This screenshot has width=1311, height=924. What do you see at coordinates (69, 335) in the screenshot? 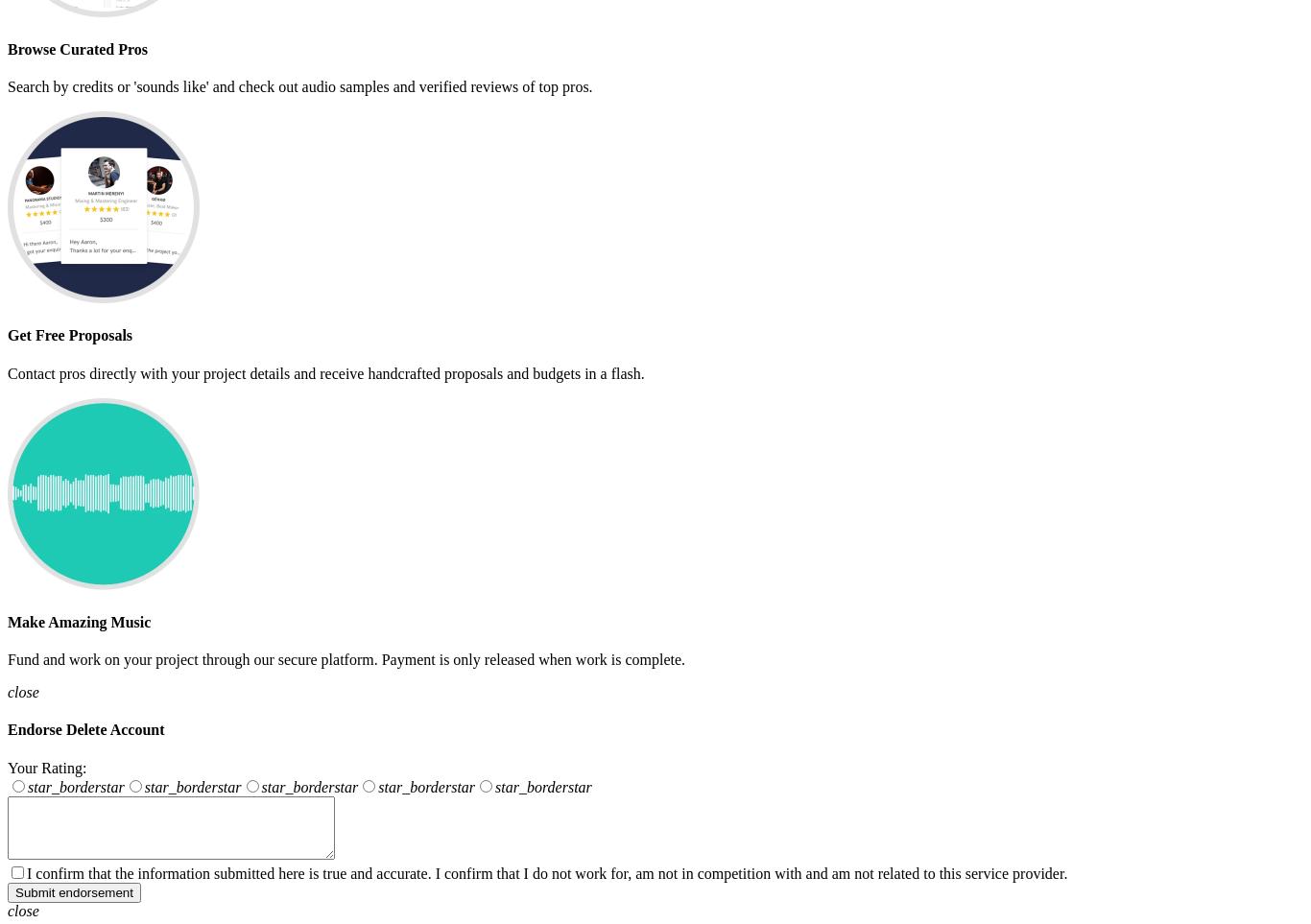
I see `'Get Free Proposals'` at bounding box center [69, 335].